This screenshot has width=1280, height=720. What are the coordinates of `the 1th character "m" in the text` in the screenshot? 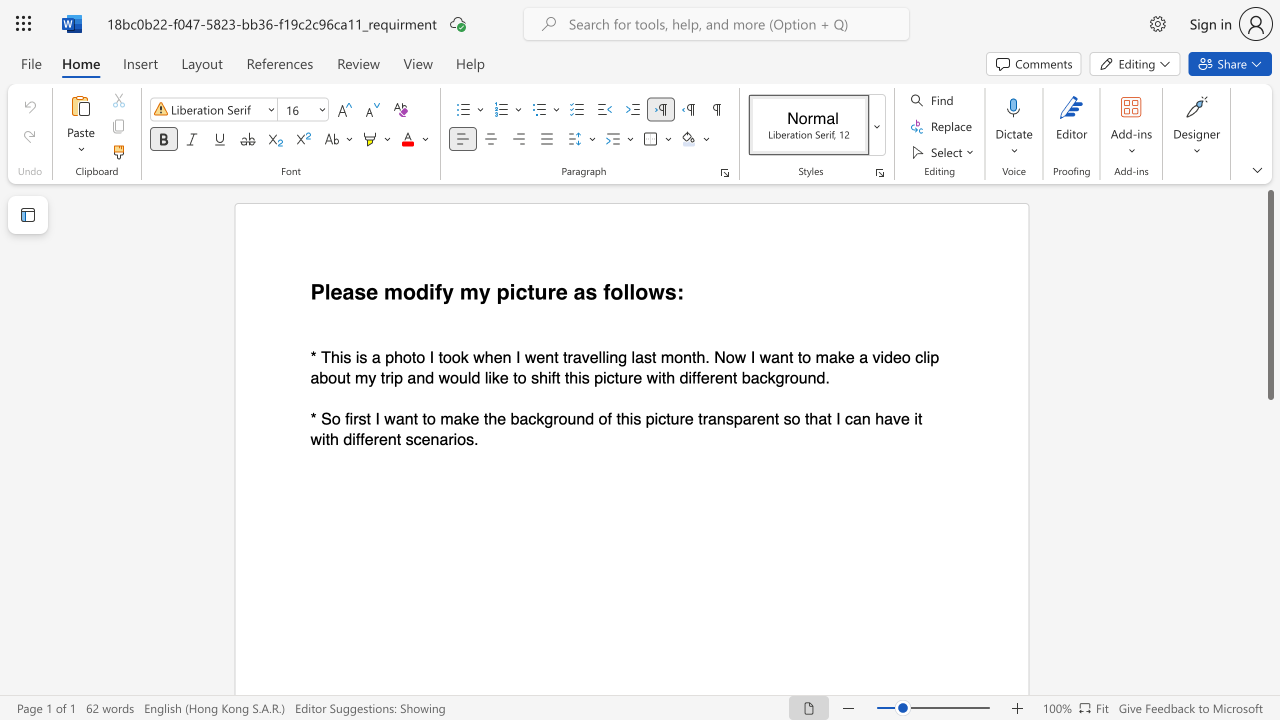 It's located at (667, 356).